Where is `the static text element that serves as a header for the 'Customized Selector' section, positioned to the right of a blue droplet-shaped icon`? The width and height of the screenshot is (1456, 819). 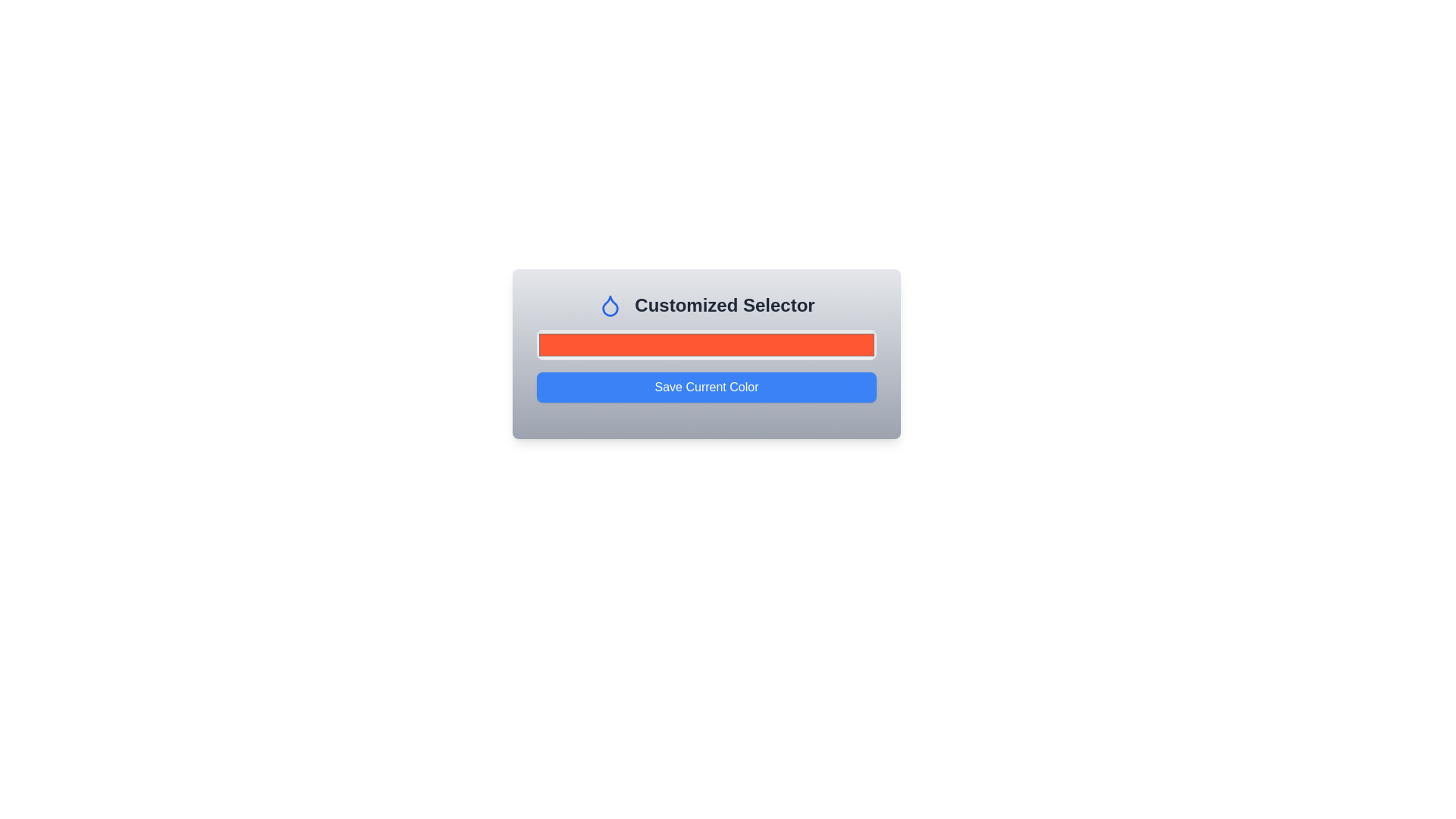 the static text element that serves as a header for the 'Customized Selector' section, positioned to the right of a blue droplet-shaped icon is located at coordinates (723, 305).